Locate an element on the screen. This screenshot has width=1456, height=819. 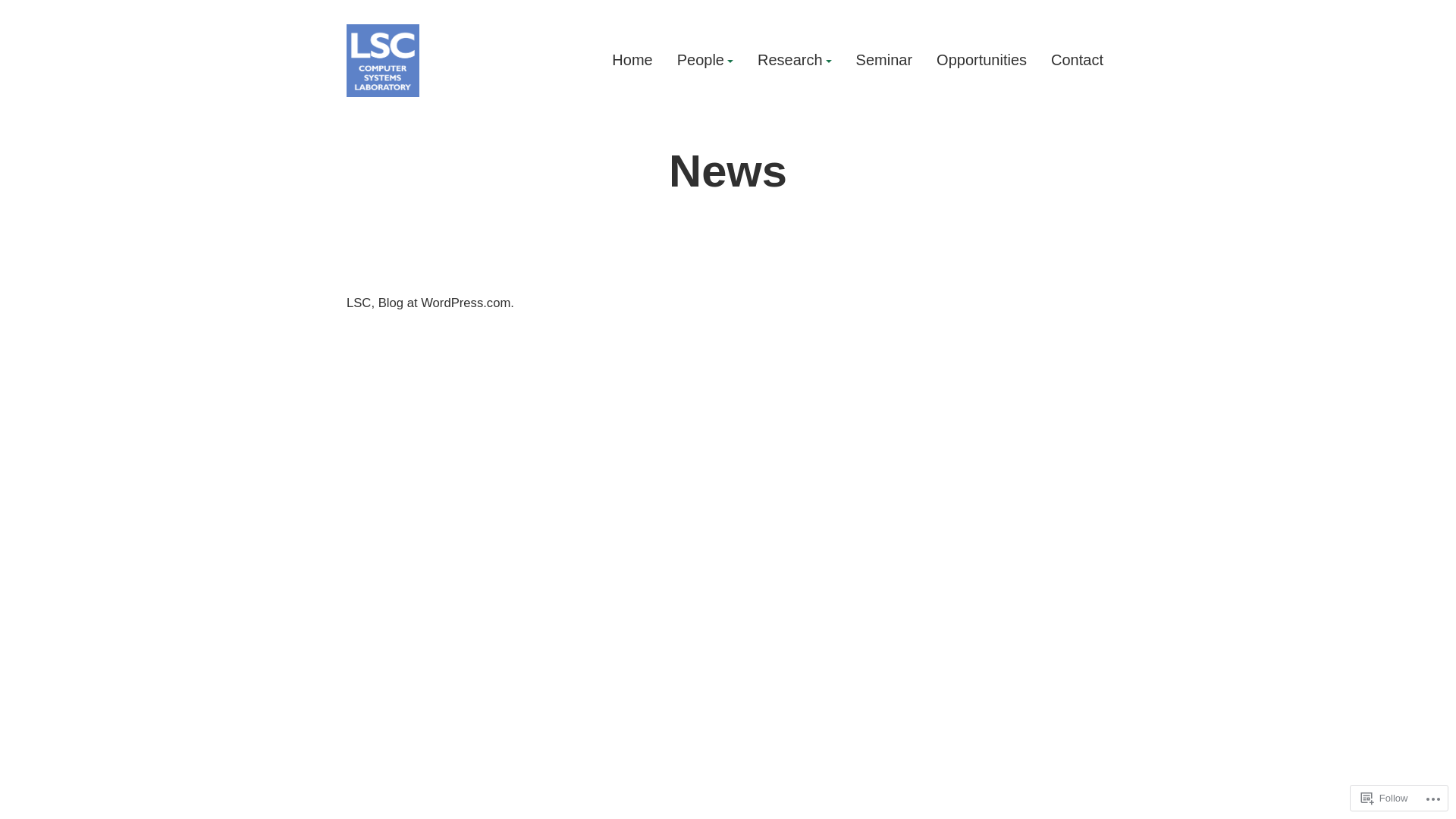
'Seminar' is located at coordinates (884, 60).